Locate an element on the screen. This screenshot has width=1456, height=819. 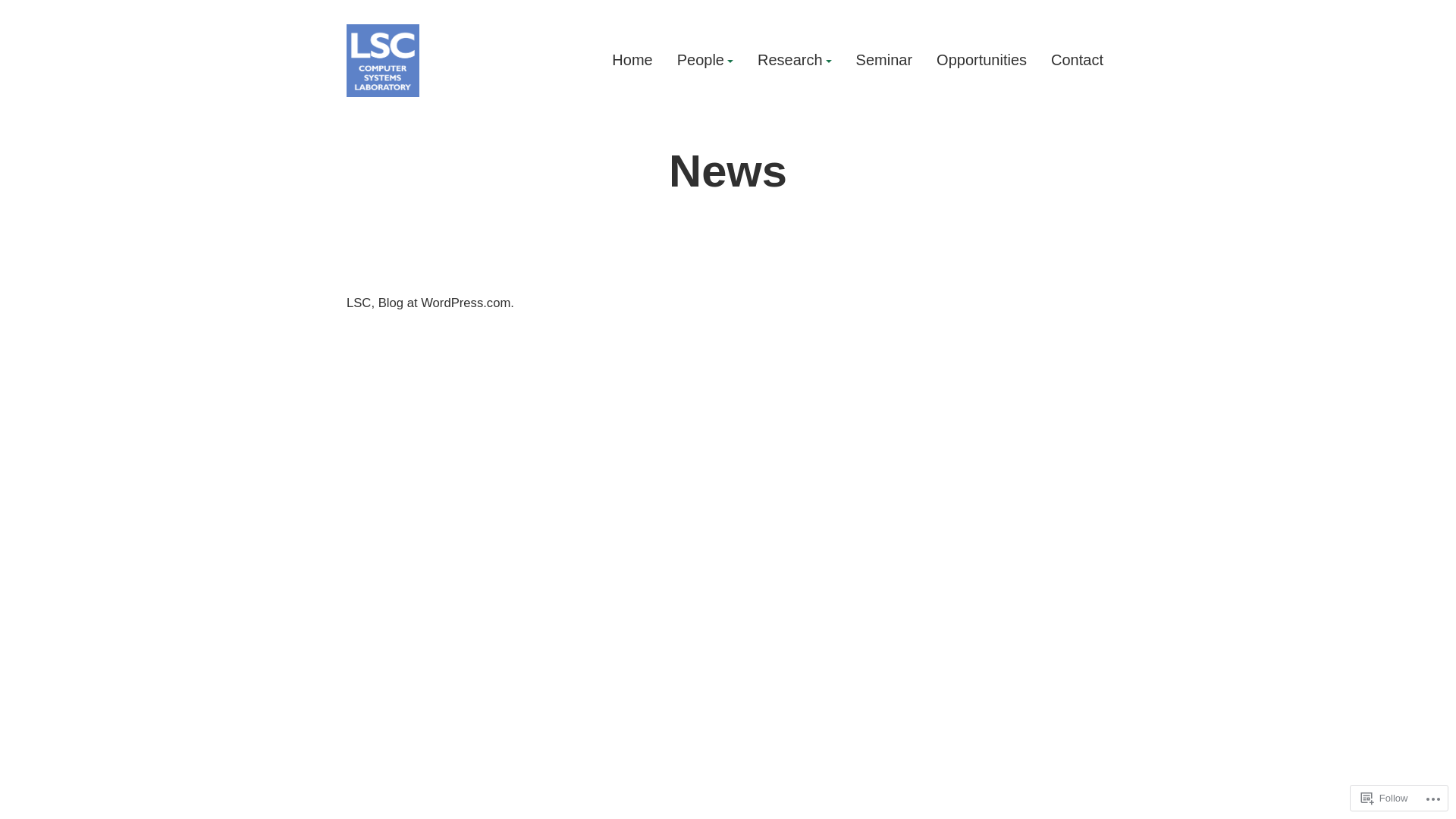
'Seminar' is located at coordinates (884, 60).